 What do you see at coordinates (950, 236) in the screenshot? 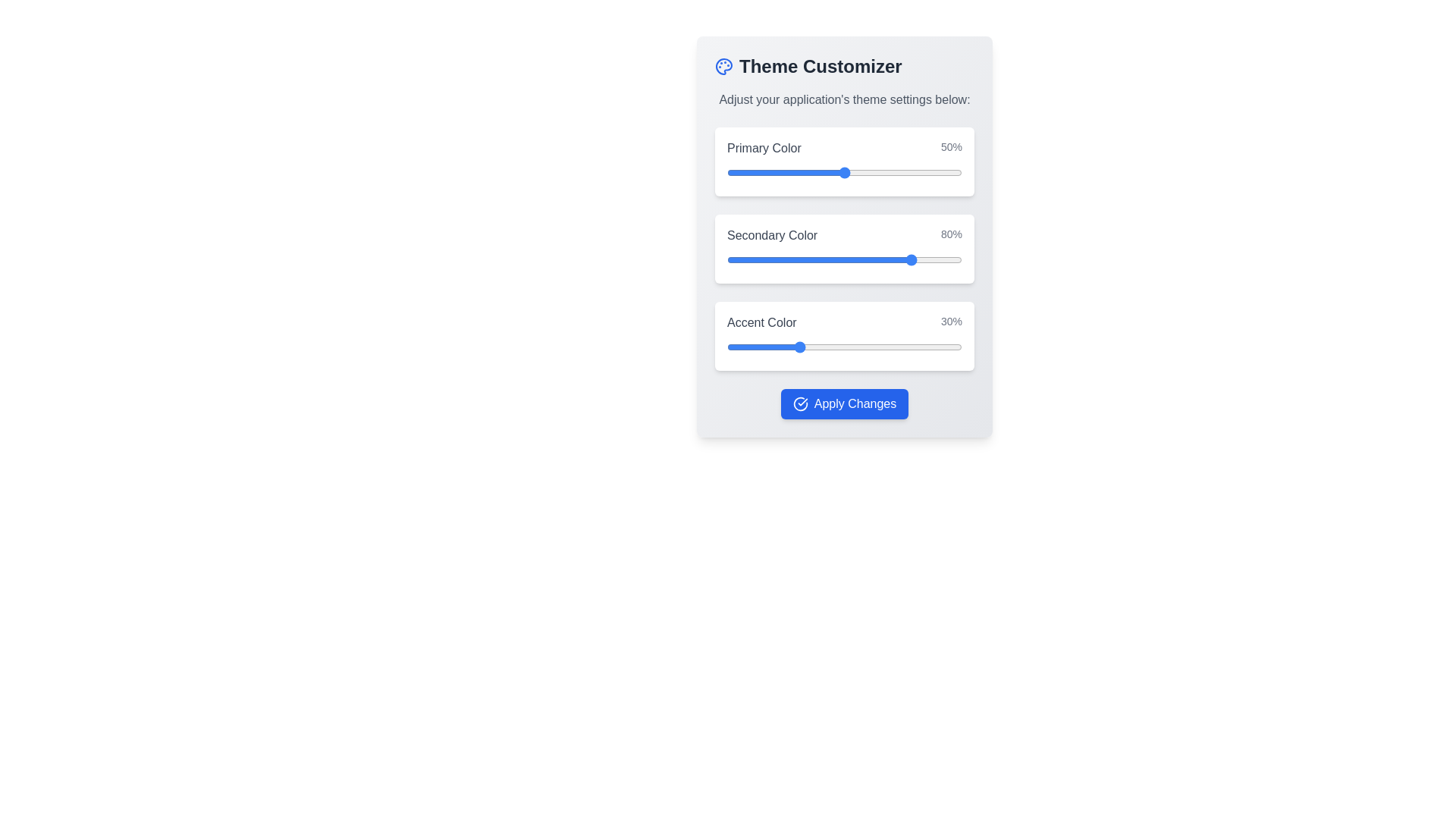
I see `the static text displaying '80%' which is located to the right of the 'Secondary Color' progress bar in the theme customization panel` at bounding box center [950, 236].